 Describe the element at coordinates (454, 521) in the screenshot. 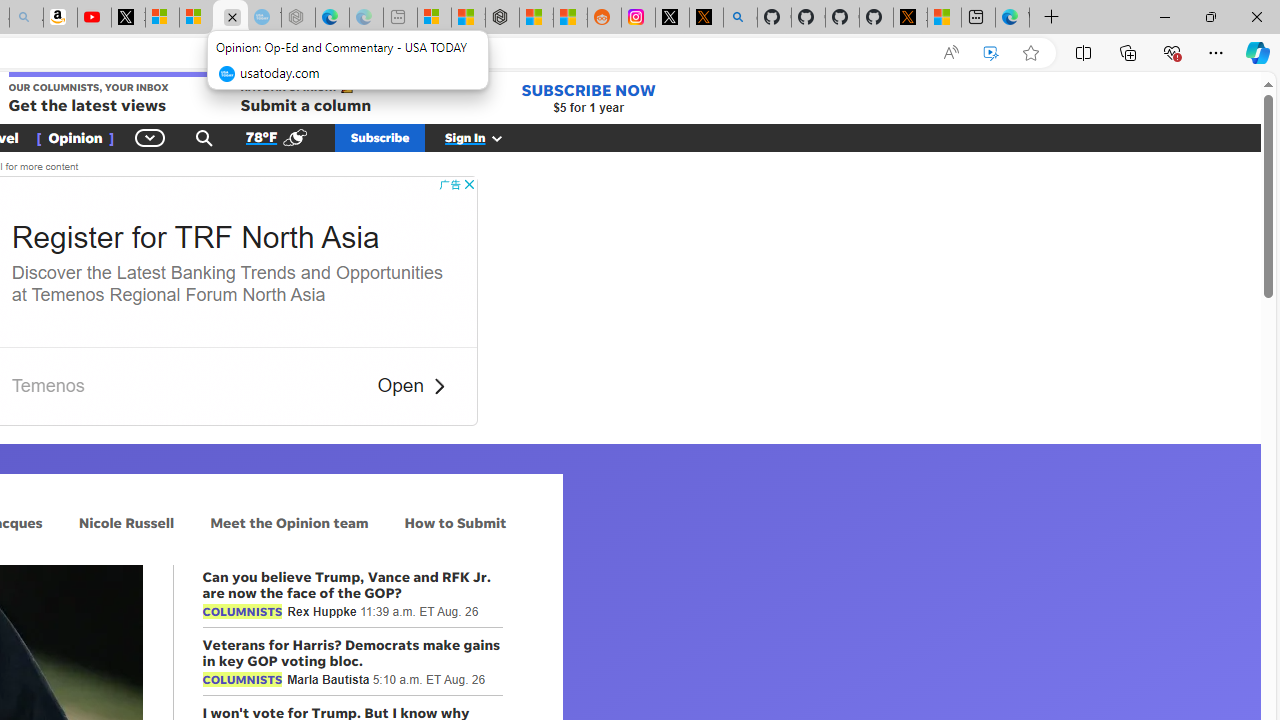

I see `'How to Submit'` at that location.